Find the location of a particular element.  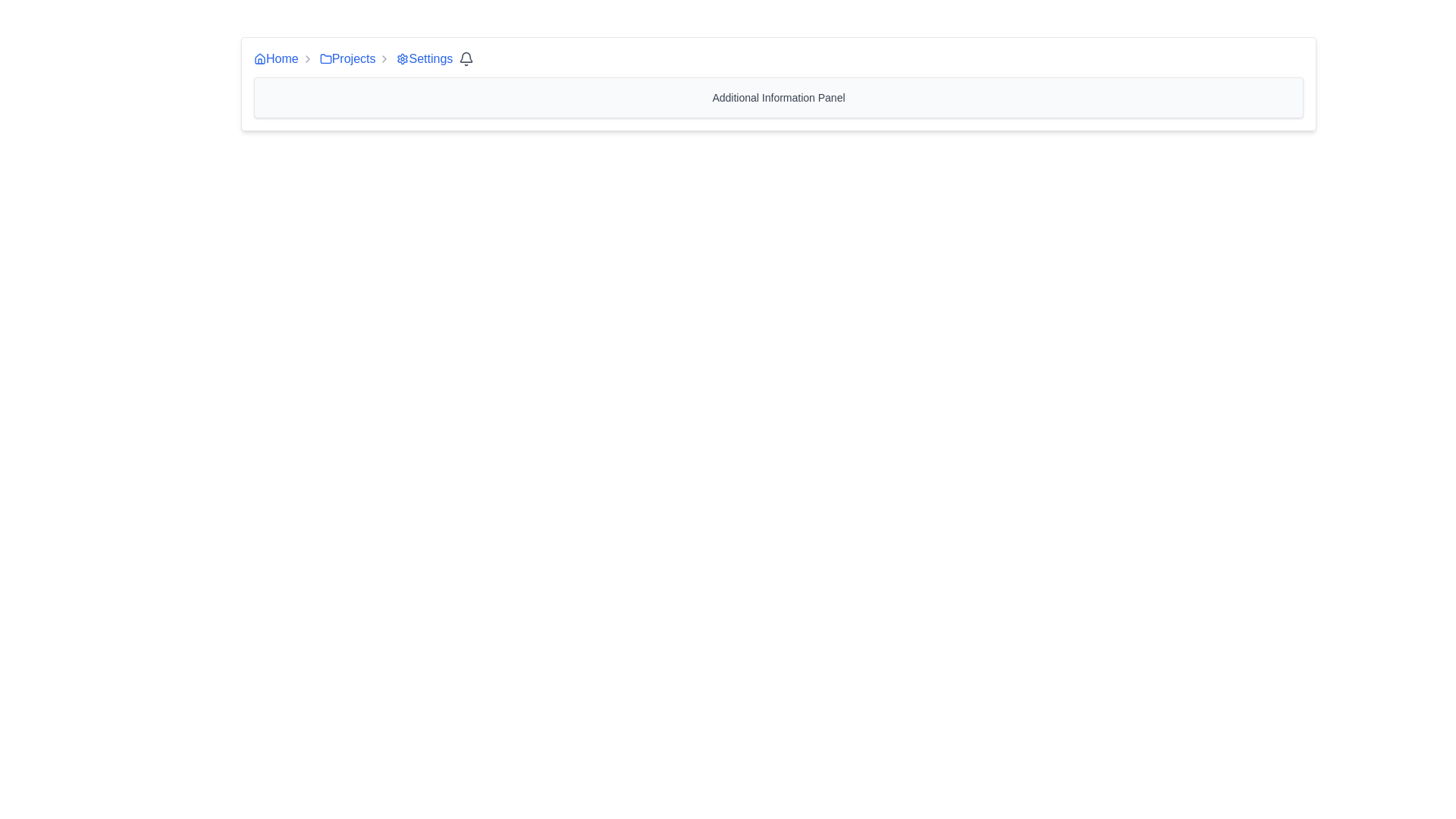

the small folder icon with a thin outline and rounded corners that is positioned before the 'Projects' text in the breadcrumb navigation bar is located at coordinates (325, 58).